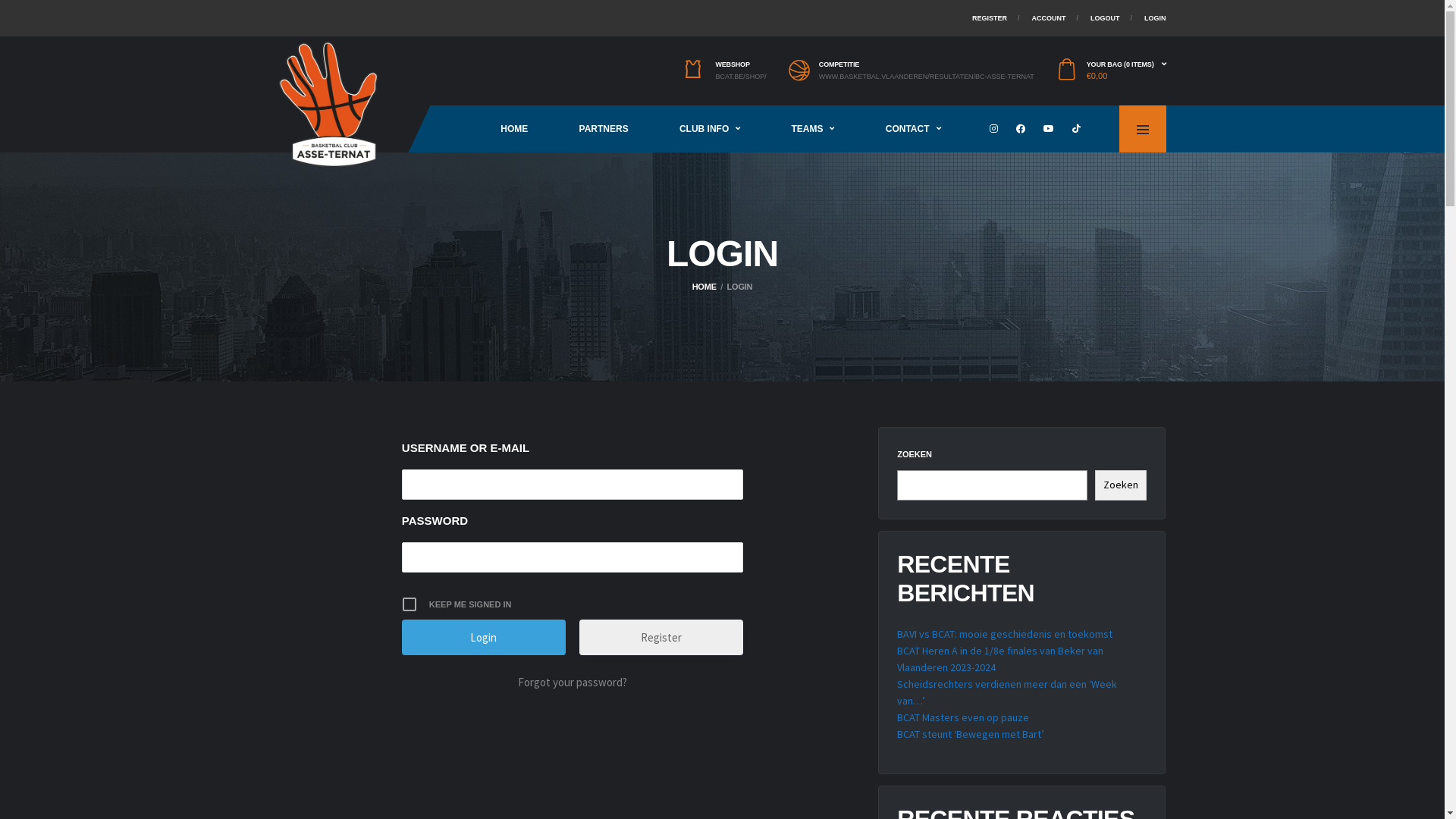 The height and width of the screenshot is (819, 1456). I want to click on 'REGISTER', so click(971, 17).